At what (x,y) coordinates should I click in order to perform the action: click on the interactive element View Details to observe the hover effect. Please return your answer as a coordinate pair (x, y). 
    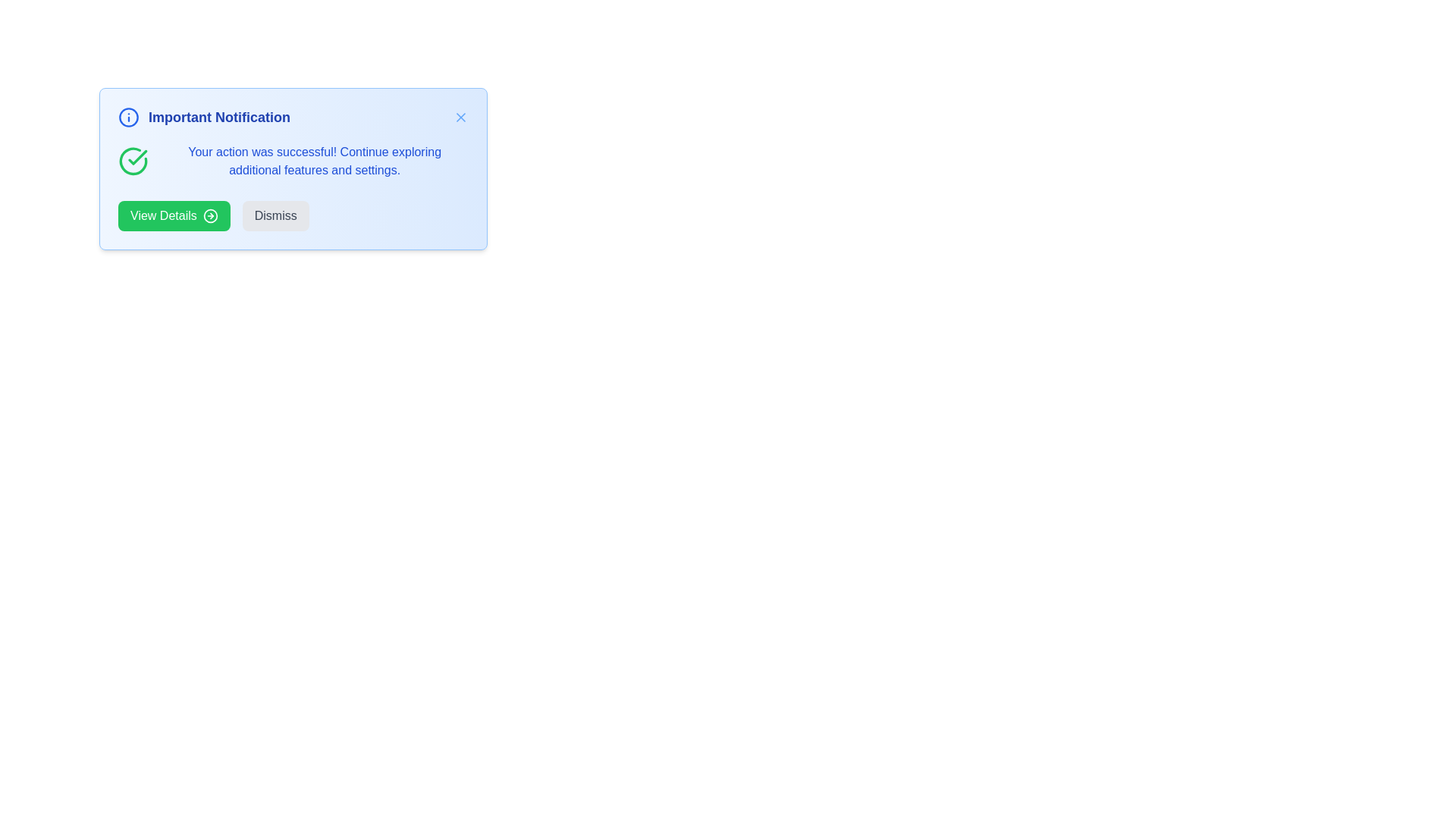
    Looking at the image, I should click on (174, 216).